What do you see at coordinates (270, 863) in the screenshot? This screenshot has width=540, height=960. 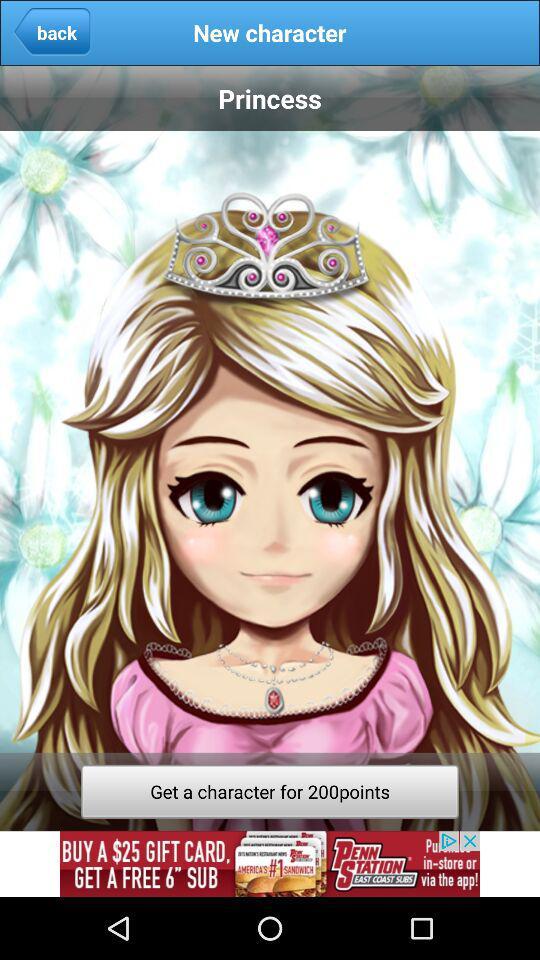 I see `click on advertisement below` at bounding box center [270, 863].